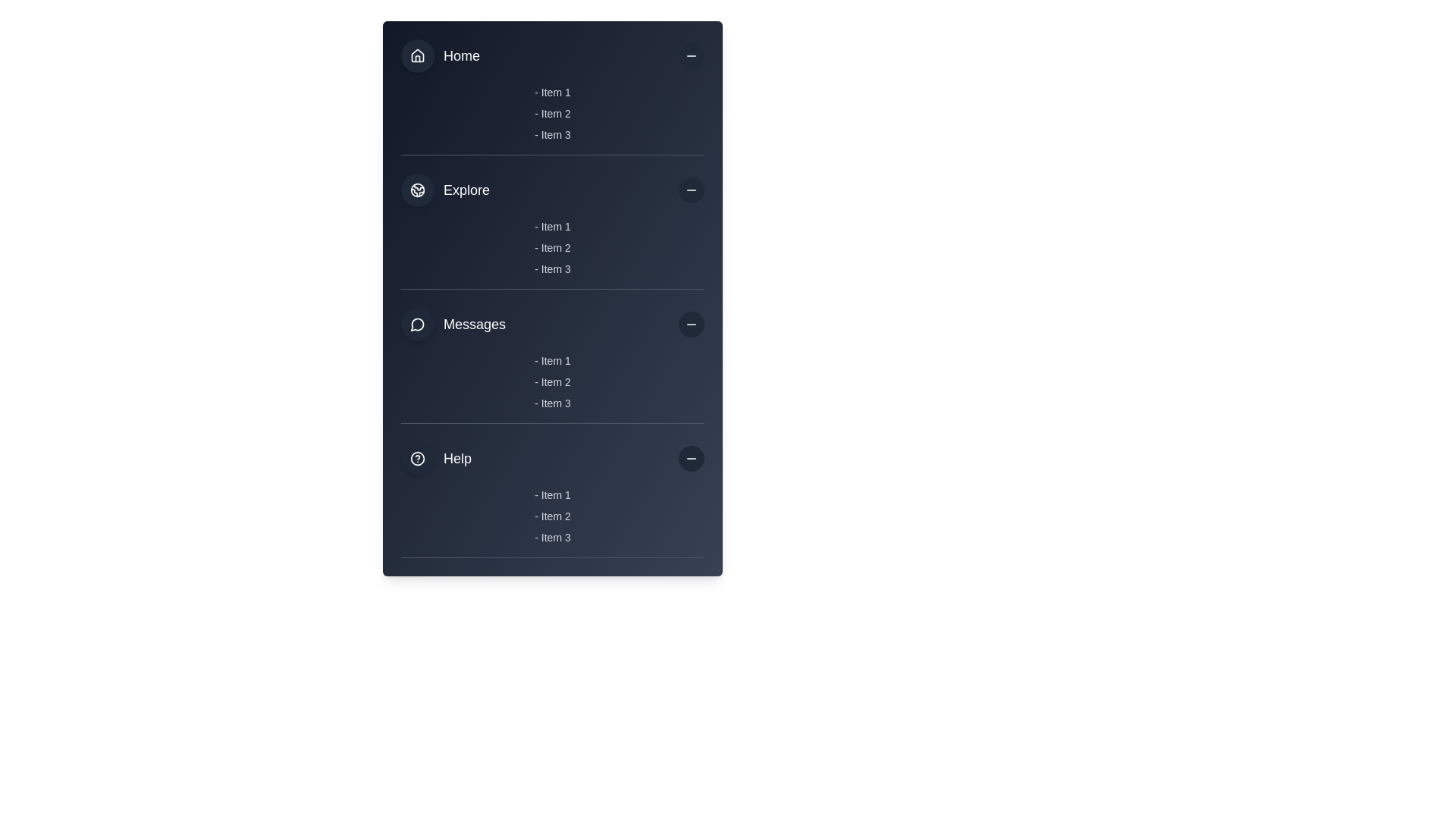  Describe the element at coordinates (453, 324) in the screenshot. I see `the 'Messages' sidebar menu item` at that location.